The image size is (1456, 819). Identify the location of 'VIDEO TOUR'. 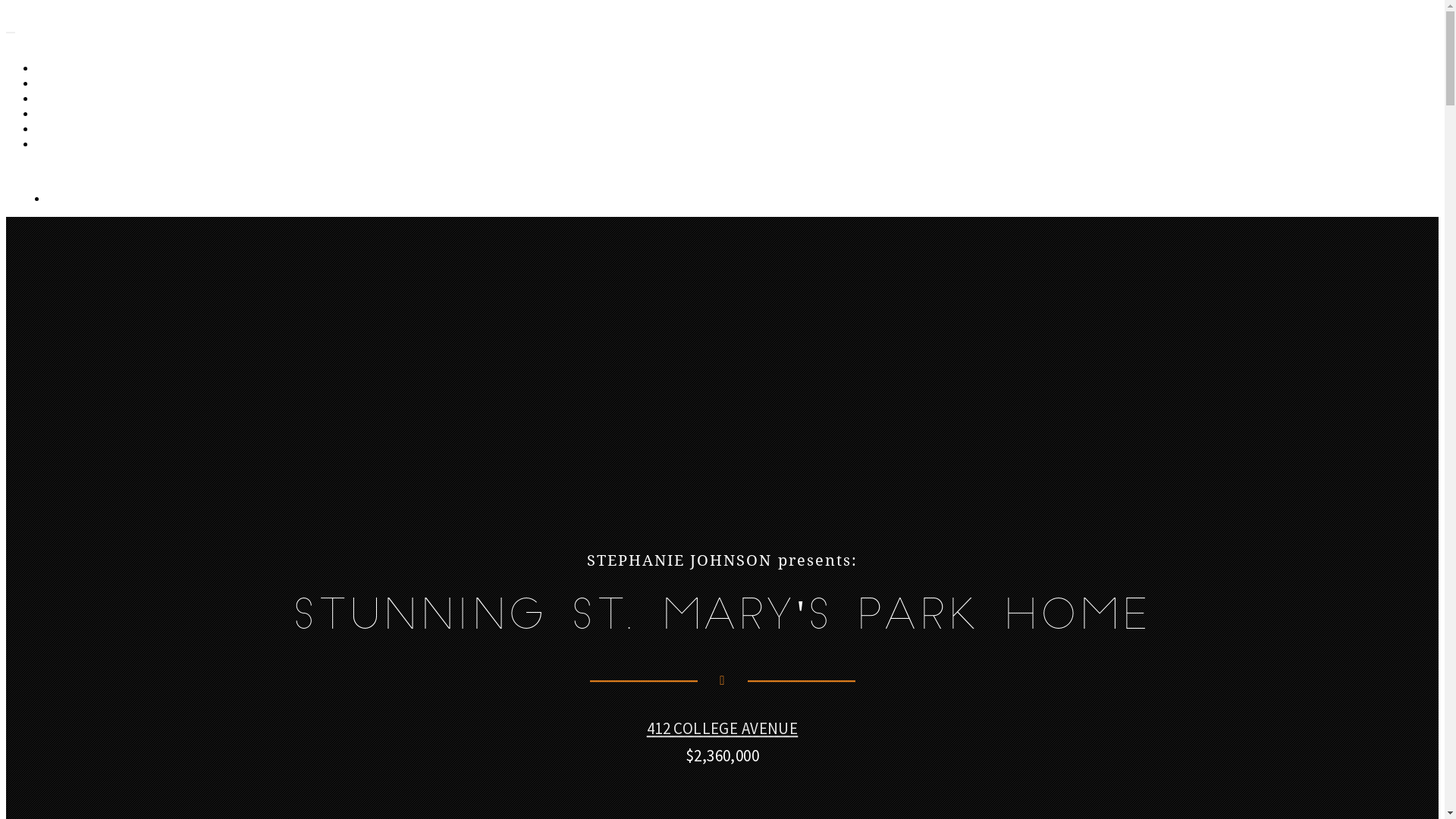
(75, 83).